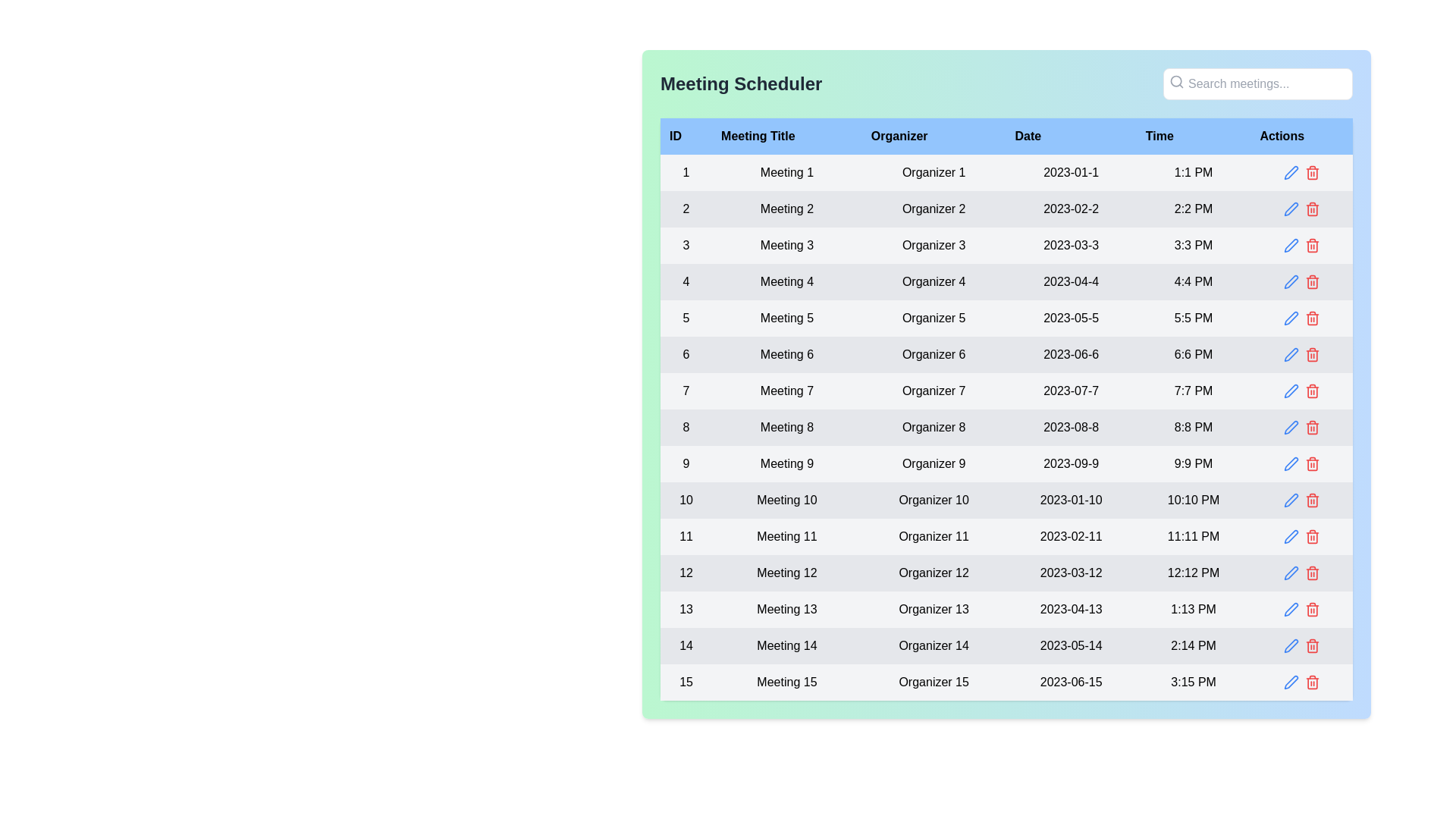 This screenshot has height=819, width=1456. Describe the element at coordinates (1311, 646) in the screenshot. I see `the red trash icon button located in the 'Actions' column of the table, specifically in the last row for 'Meeting 15'` at that location.